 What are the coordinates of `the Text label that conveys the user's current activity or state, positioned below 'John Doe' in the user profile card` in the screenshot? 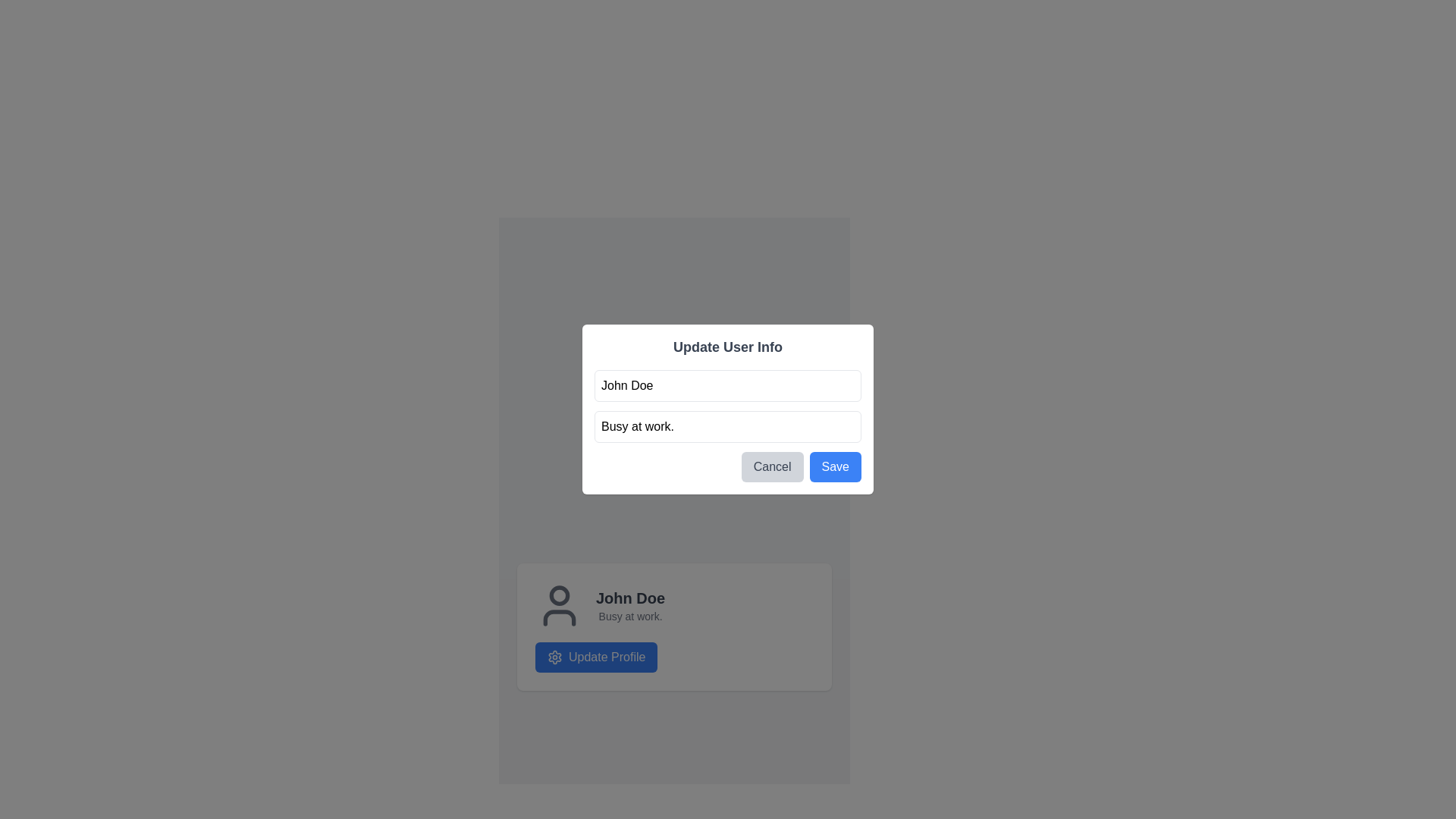 It's located at (630, 617).